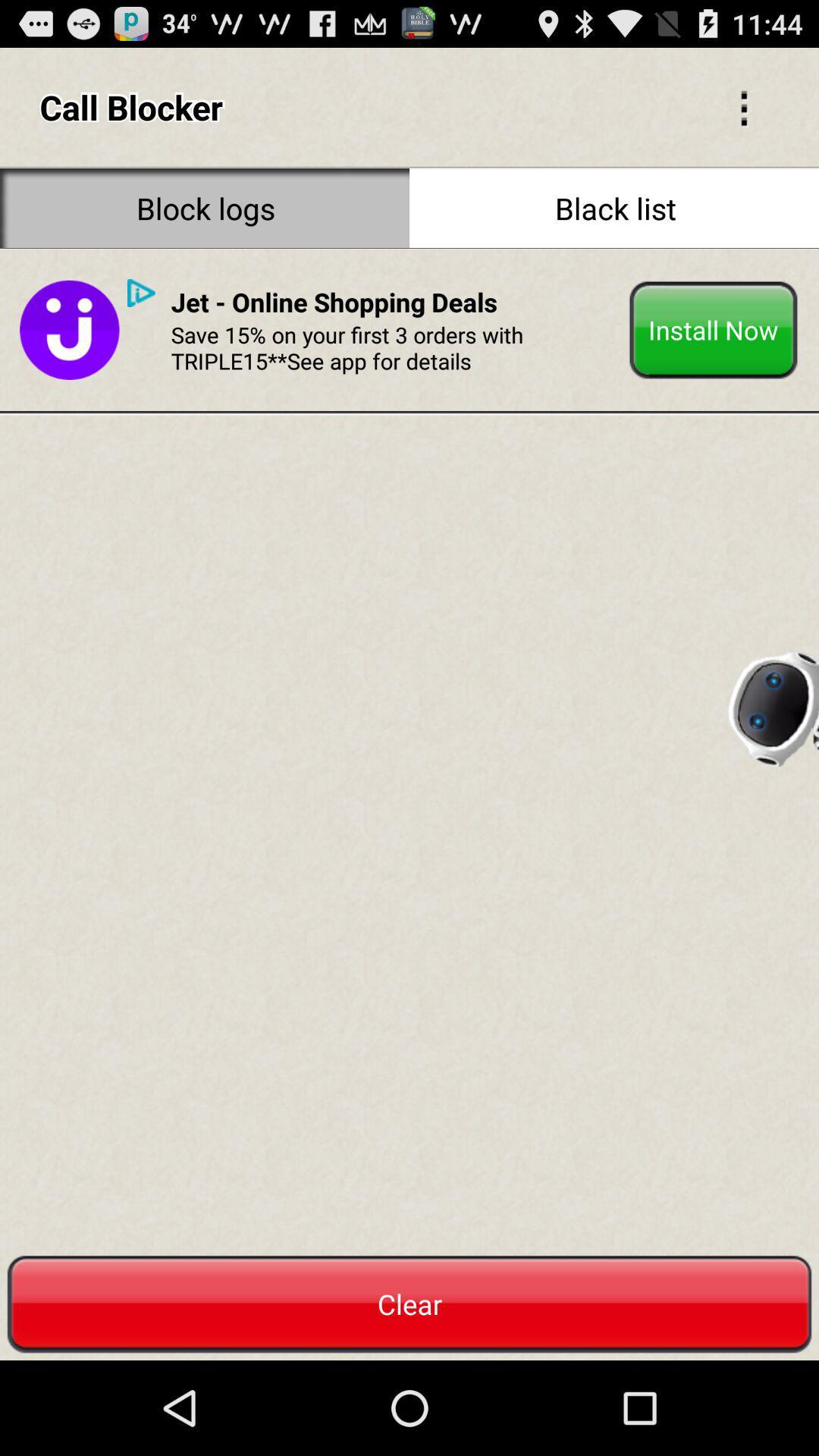  I want to click on the button next to install now icon, so click(333, 302).